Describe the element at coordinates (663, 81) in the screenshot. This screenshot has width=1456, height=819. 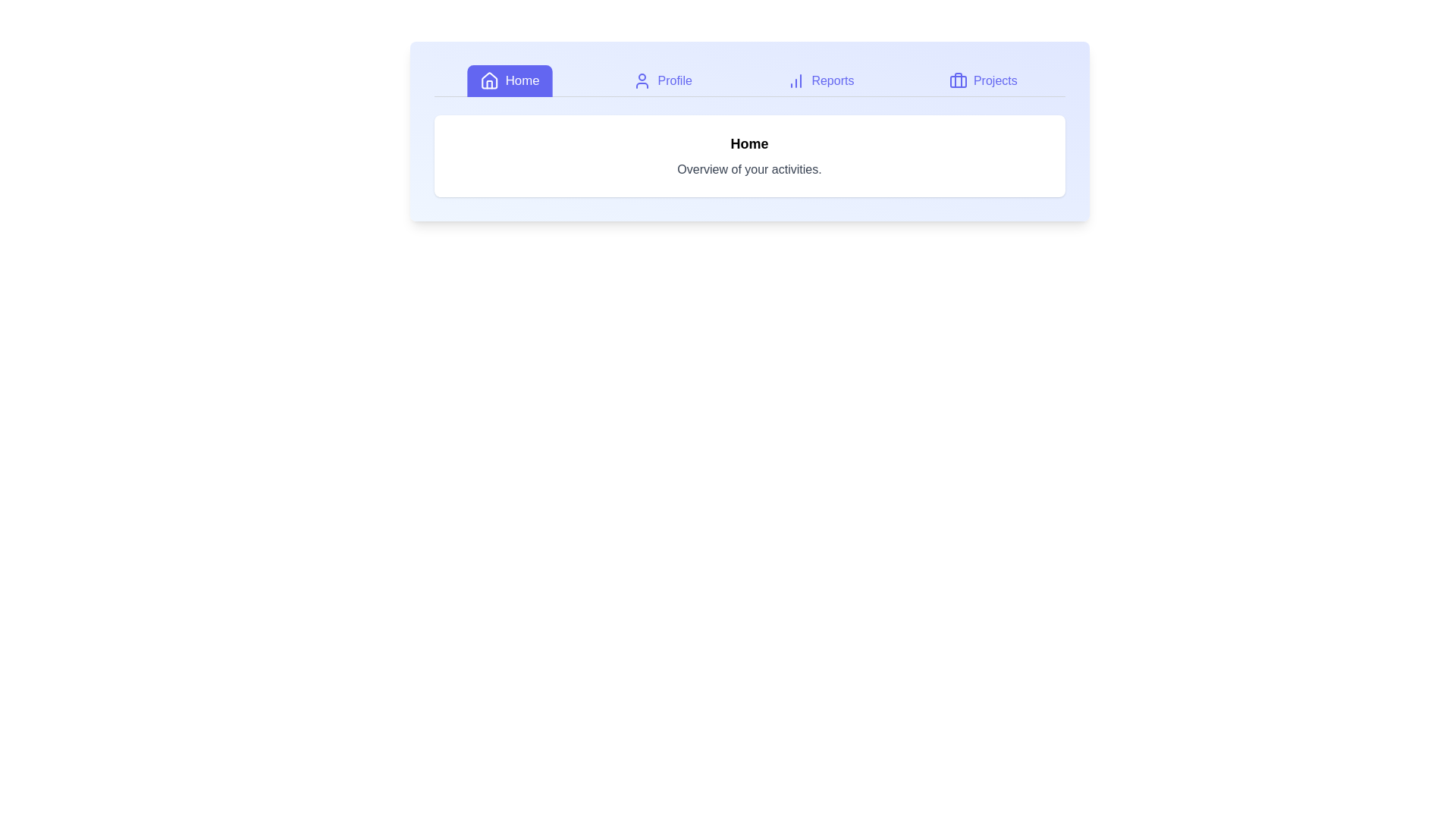
I see `the Profile tab to view its content` at that location.